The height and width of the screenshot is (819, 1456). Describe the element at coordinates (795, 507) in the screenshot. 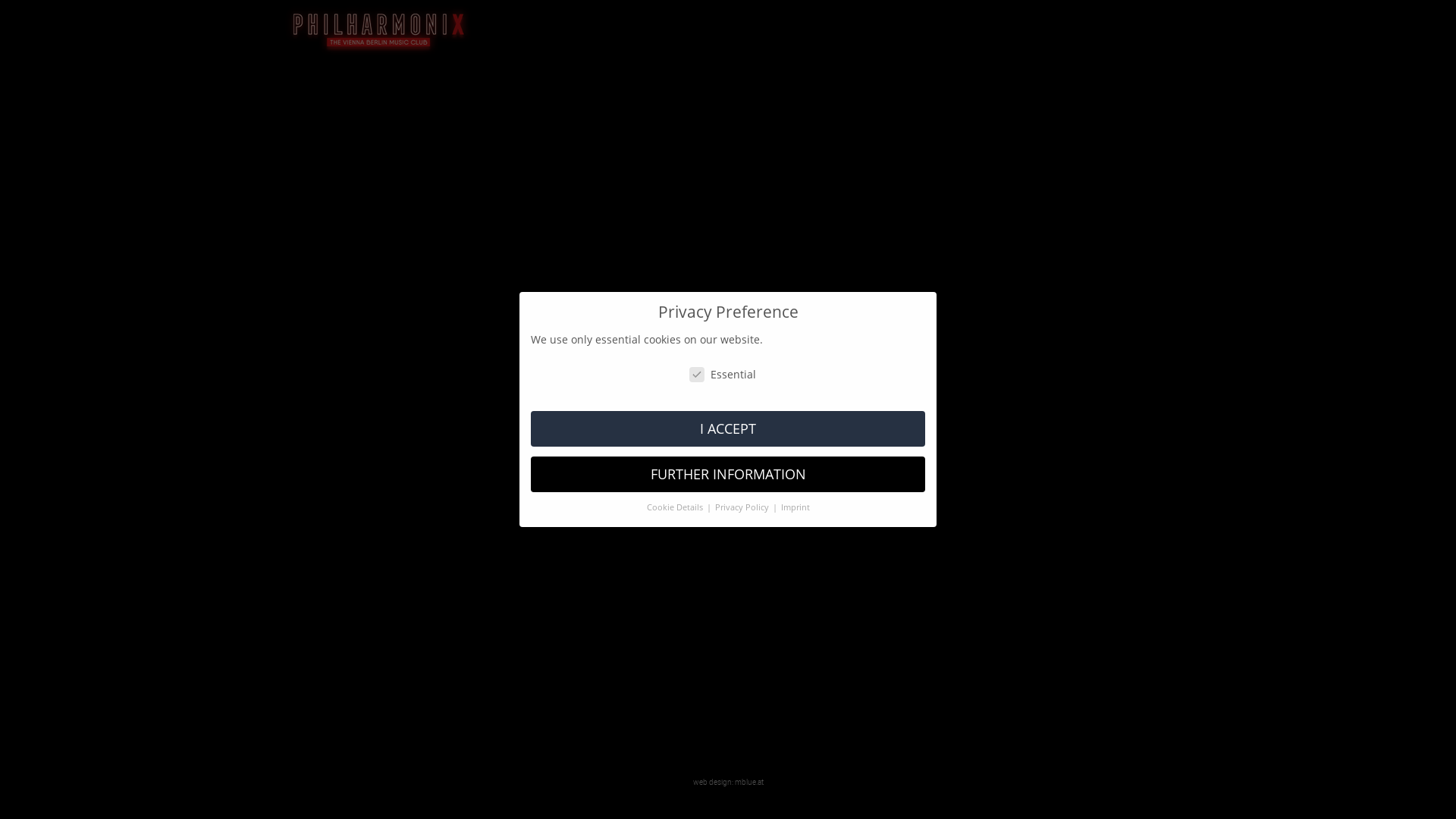

I see `'Imprint'` at that location.